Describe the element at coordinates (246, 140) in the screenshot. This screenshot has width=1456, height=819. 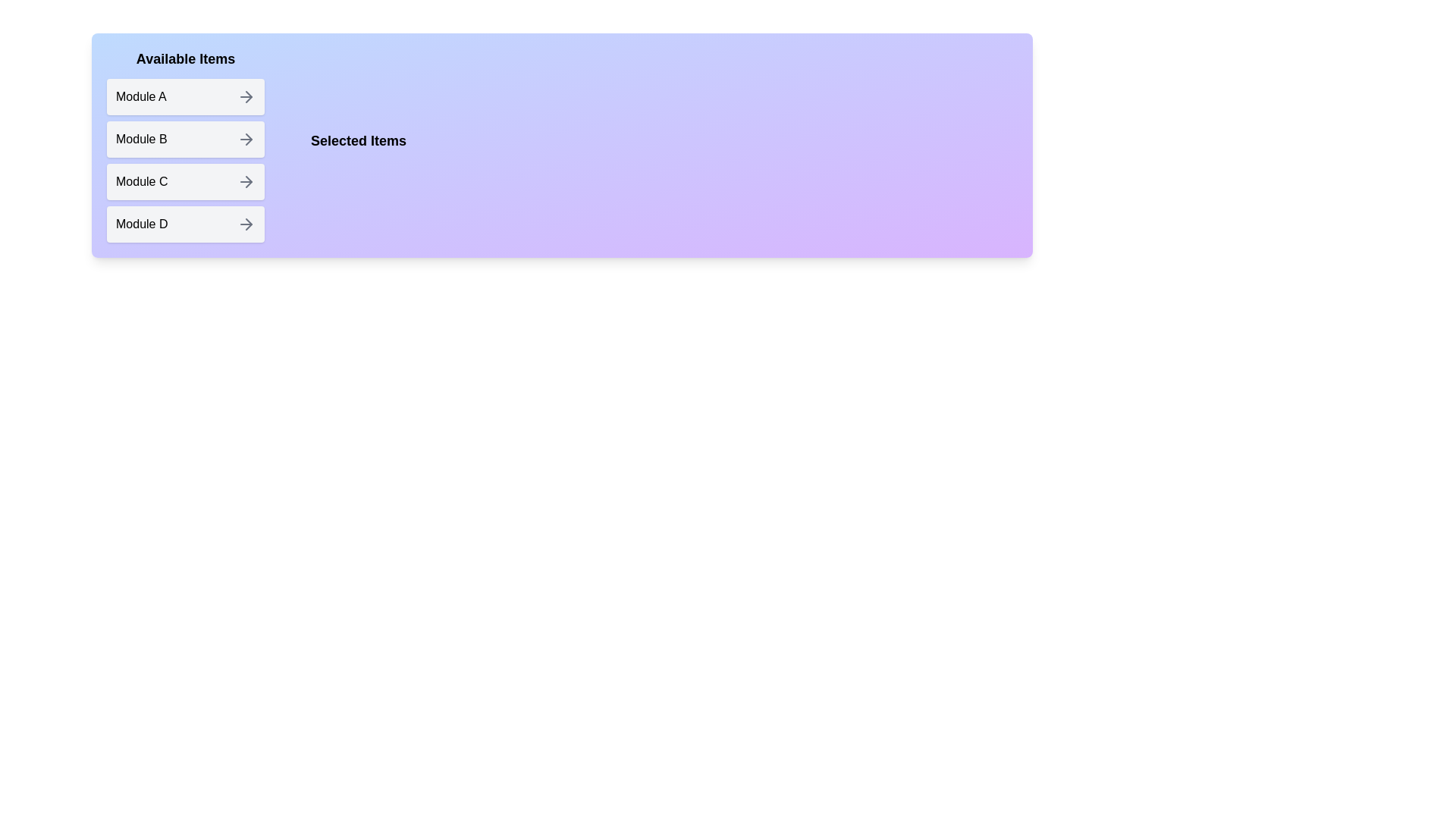
I see `arrow button next to the item Module B in the 'Available Items' list to transfer it to the 'Selected Items' list` at that location.